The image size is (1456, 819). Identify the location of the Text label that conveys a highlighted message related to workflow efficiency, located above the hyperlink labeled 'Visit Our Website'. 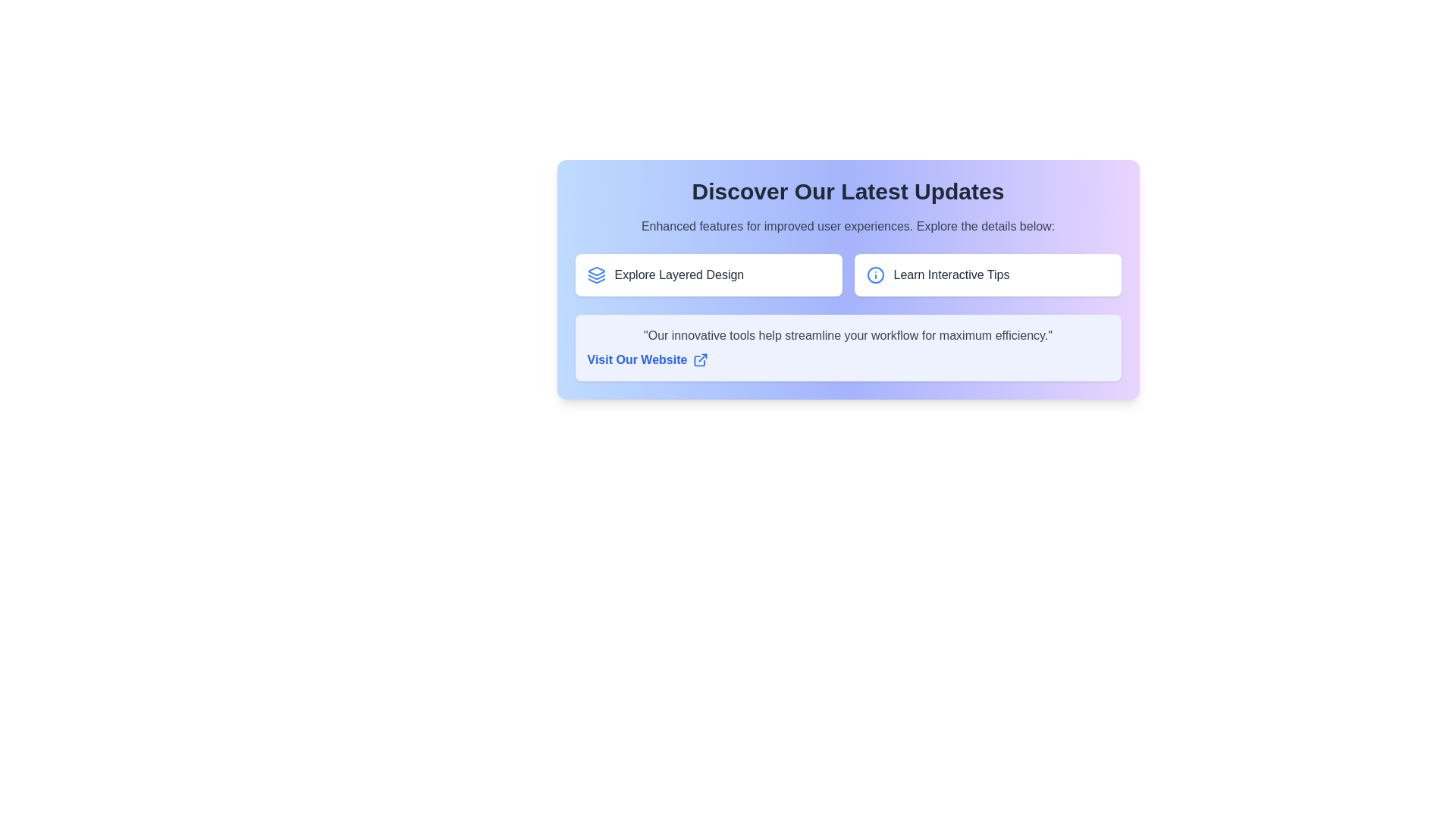
(847, 335).